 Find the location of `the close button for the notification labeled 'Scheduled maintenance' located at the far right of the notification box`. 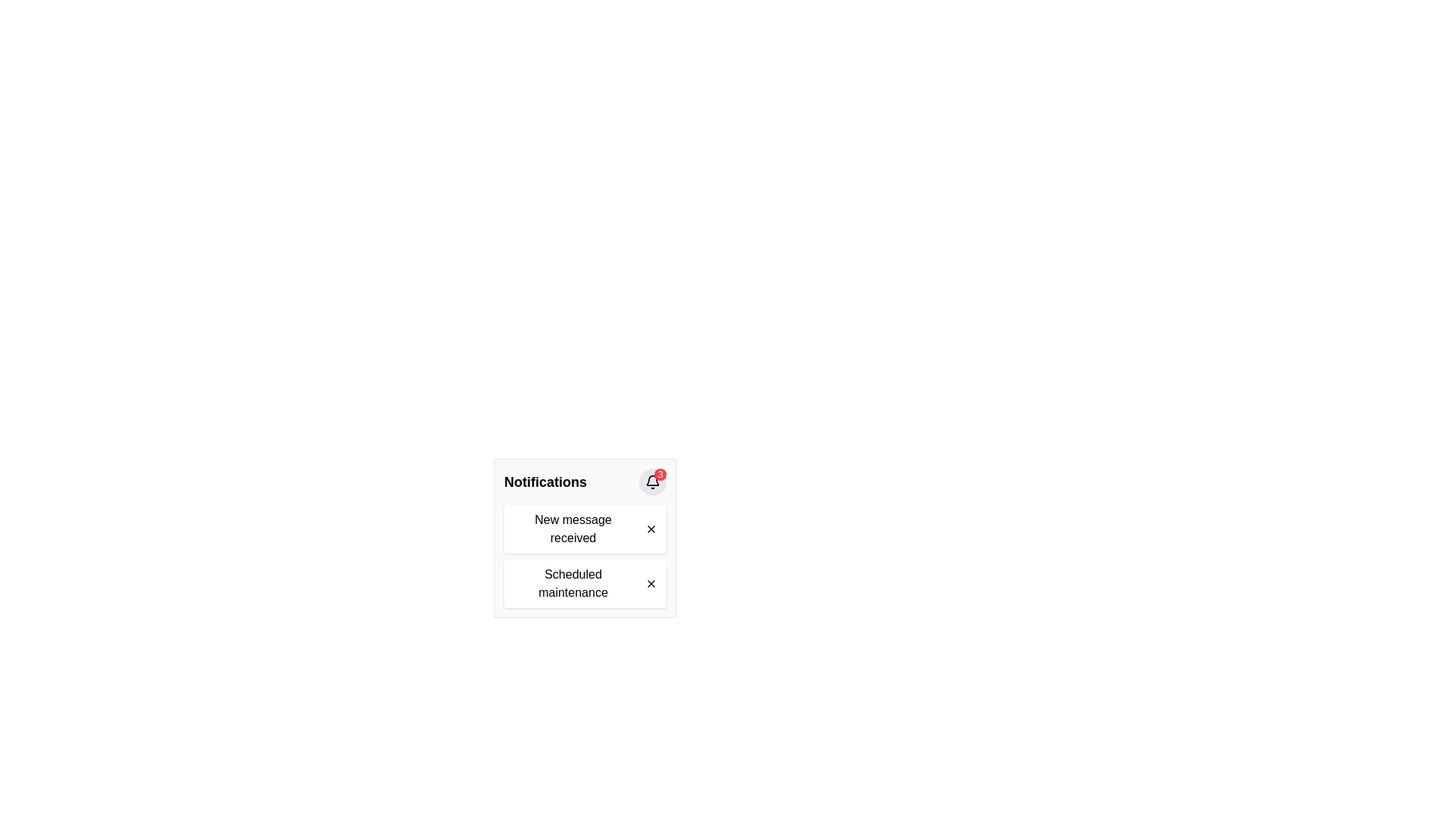

the close button for the notification labeled 'Scheduled maintenance' located at the far right of the notification box is located at coordinates (651, 583).